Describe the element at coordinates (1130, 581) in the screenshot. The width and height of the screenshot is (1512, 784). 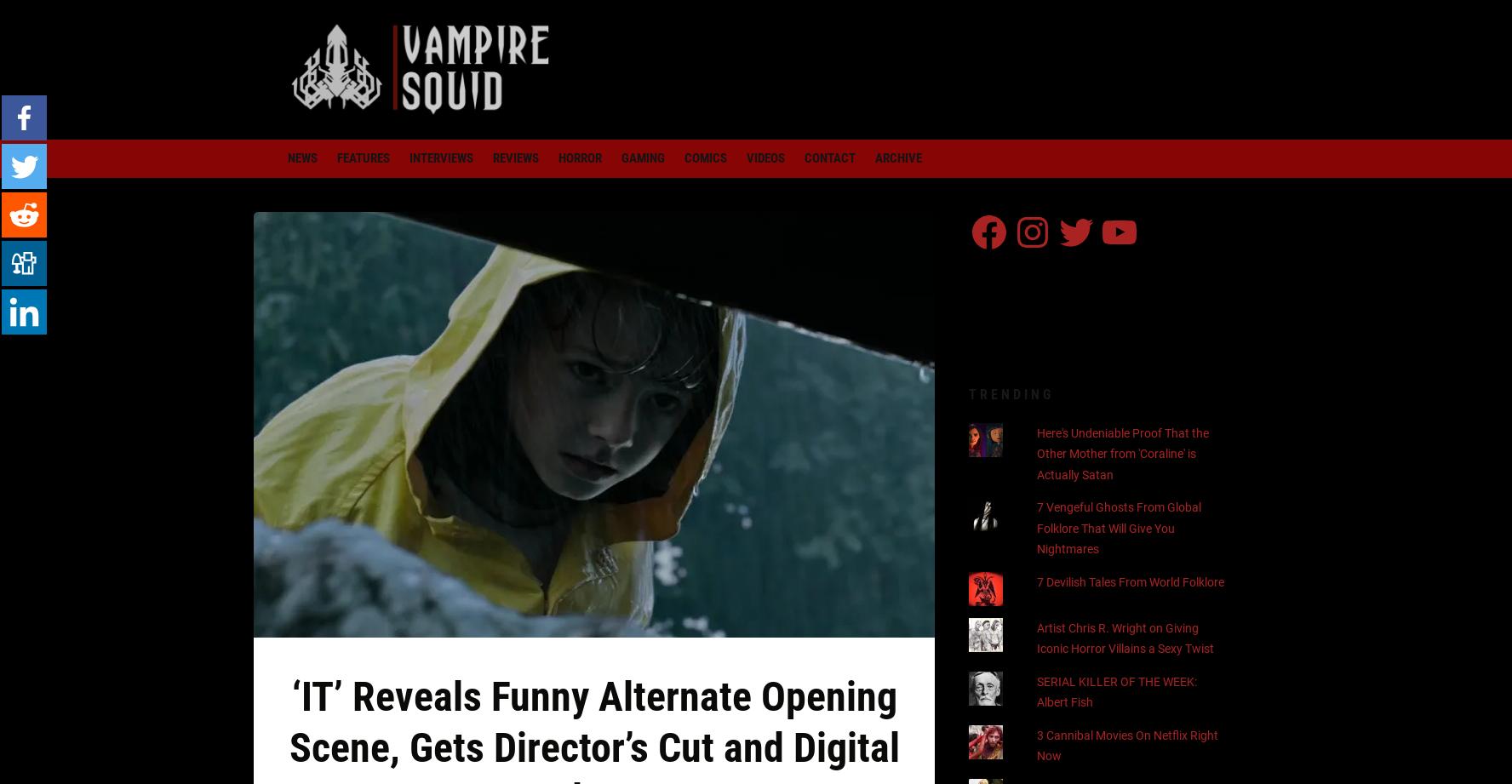
I see `'7 Devilish Tales From World Folklore'` at that location.